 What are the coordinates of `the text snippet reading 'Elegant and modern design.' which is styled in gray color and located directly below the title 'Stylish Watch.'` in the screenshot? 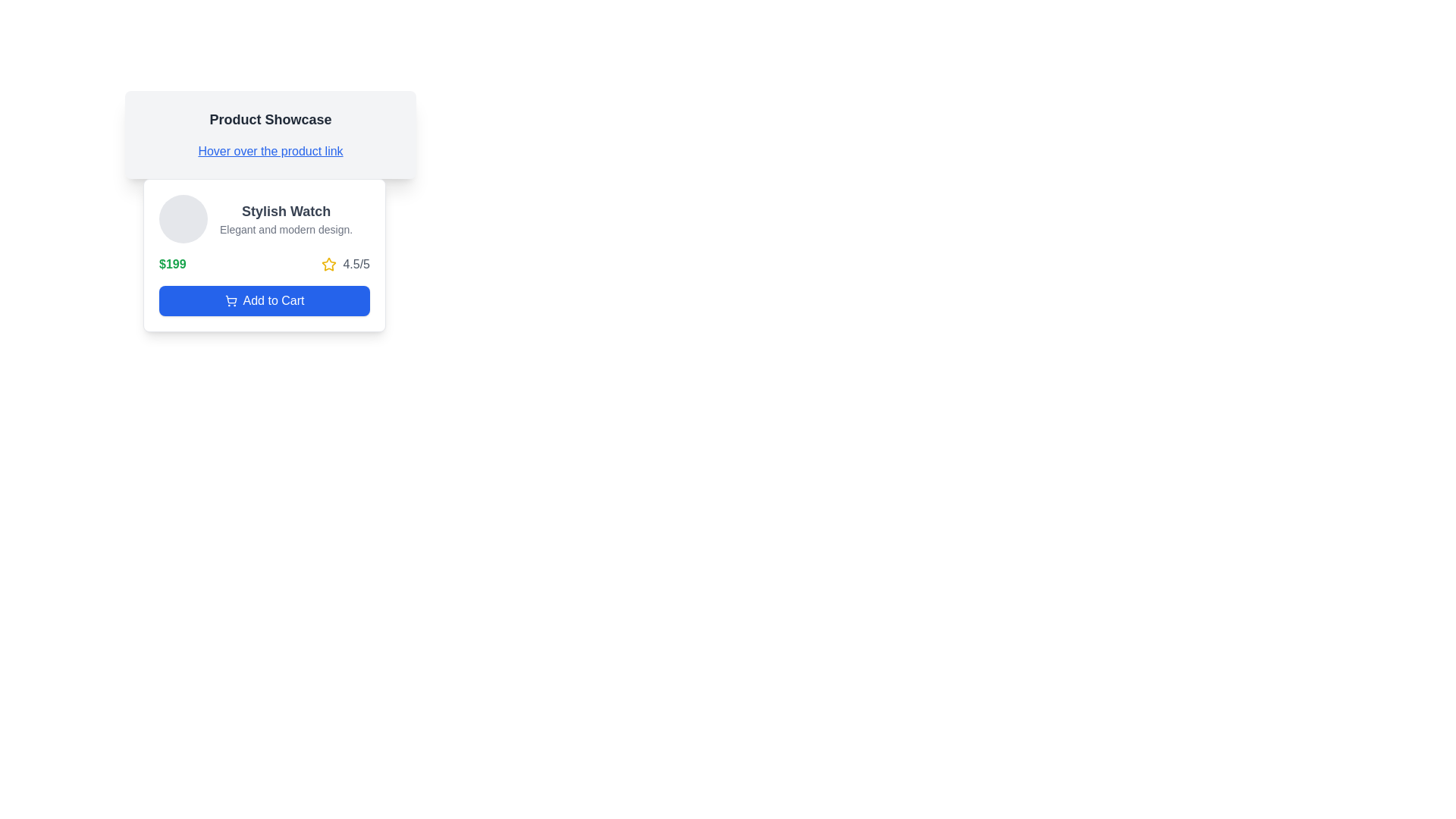 It's located at (286, 230).